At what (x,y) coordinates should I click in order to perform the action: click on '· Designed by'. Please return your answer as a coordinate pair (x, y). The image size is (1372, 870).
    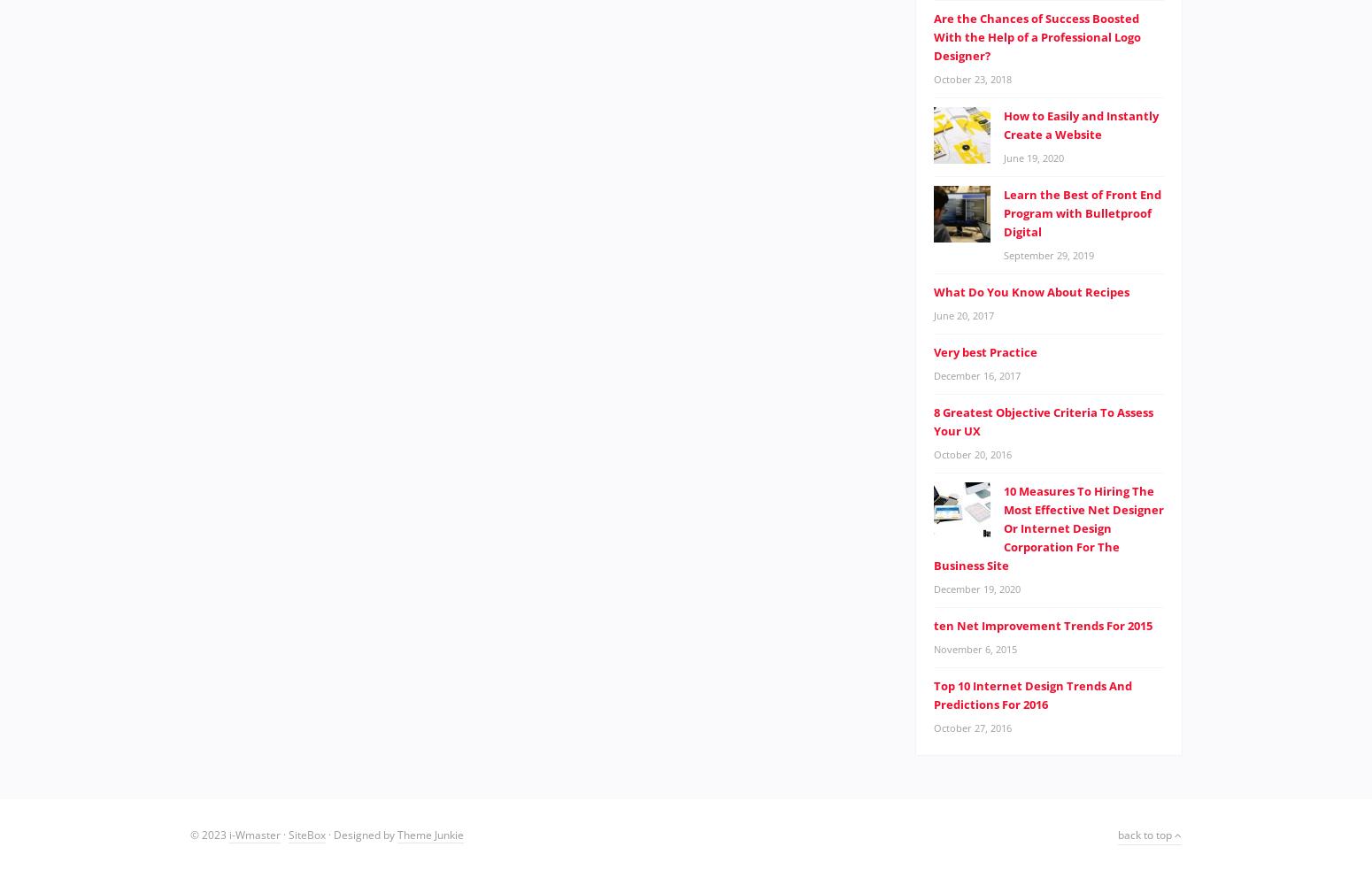
    Looking at the image, I should click on (361, 834).